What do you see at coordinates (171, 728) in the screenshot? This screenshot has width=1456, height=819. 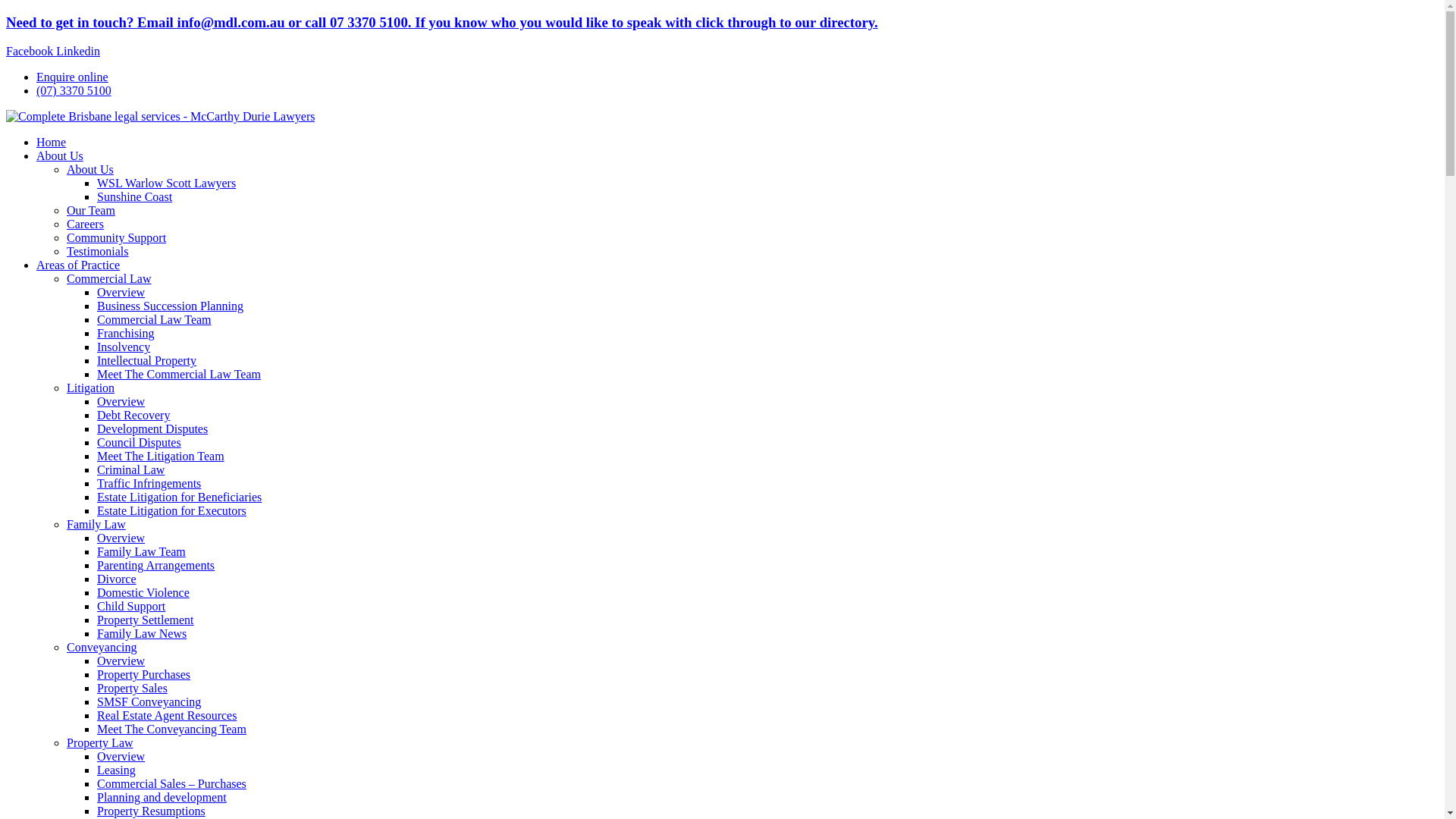 I see `'Meet The Conveyancing Team'` at bounding box center [171, 728].